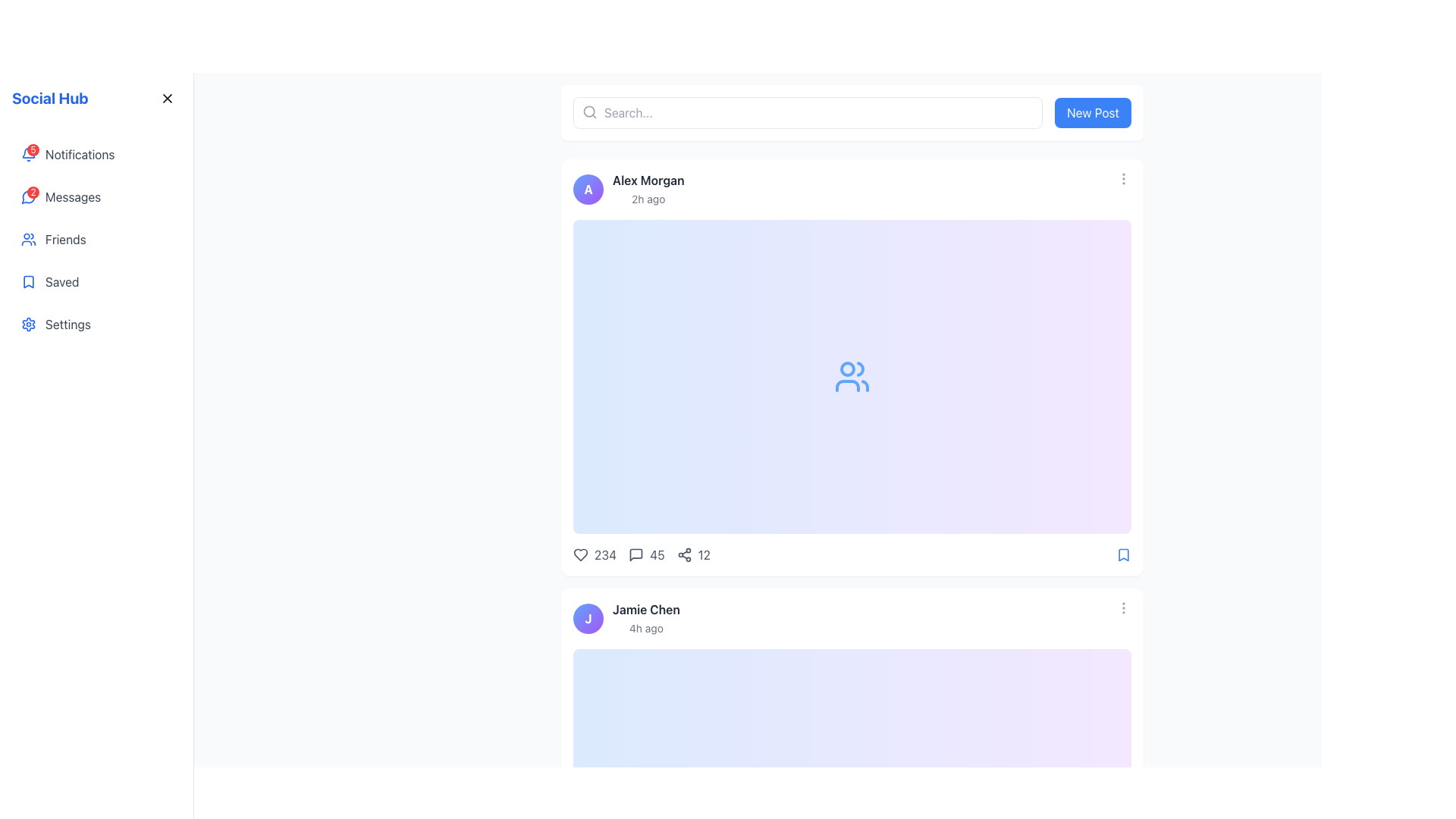 The height and width of the screenshot is (819, 1456). Describe the element at coordinates (29, 281) in the screenshot. I see `the blue bookmark icon located in the sidebar navigation menu next to the 'Saved' label, which is the fourth item from the top` at that location.